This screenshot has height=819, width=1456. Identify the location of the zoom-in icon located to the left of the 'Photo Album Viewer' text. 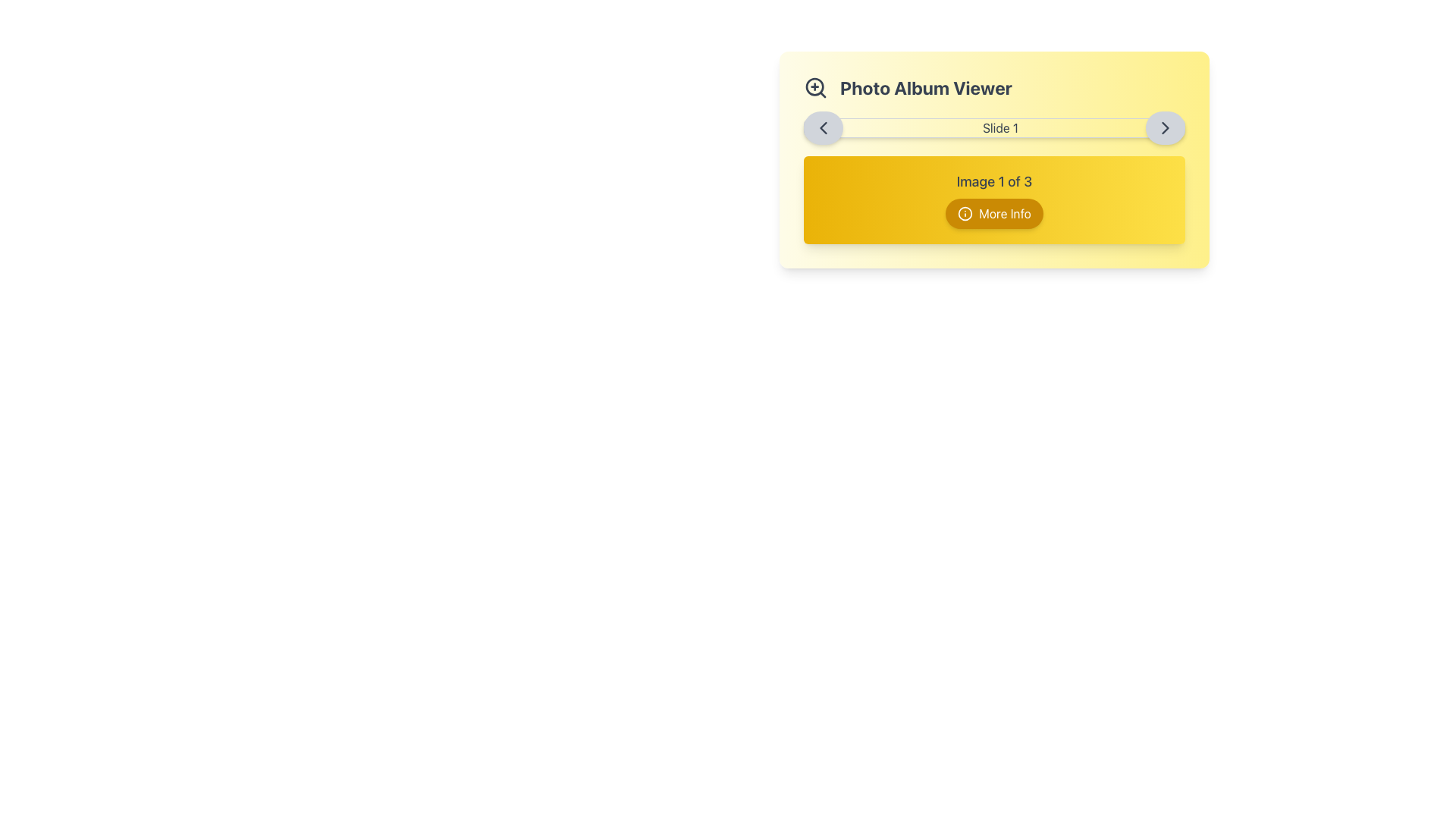
(814, 87).